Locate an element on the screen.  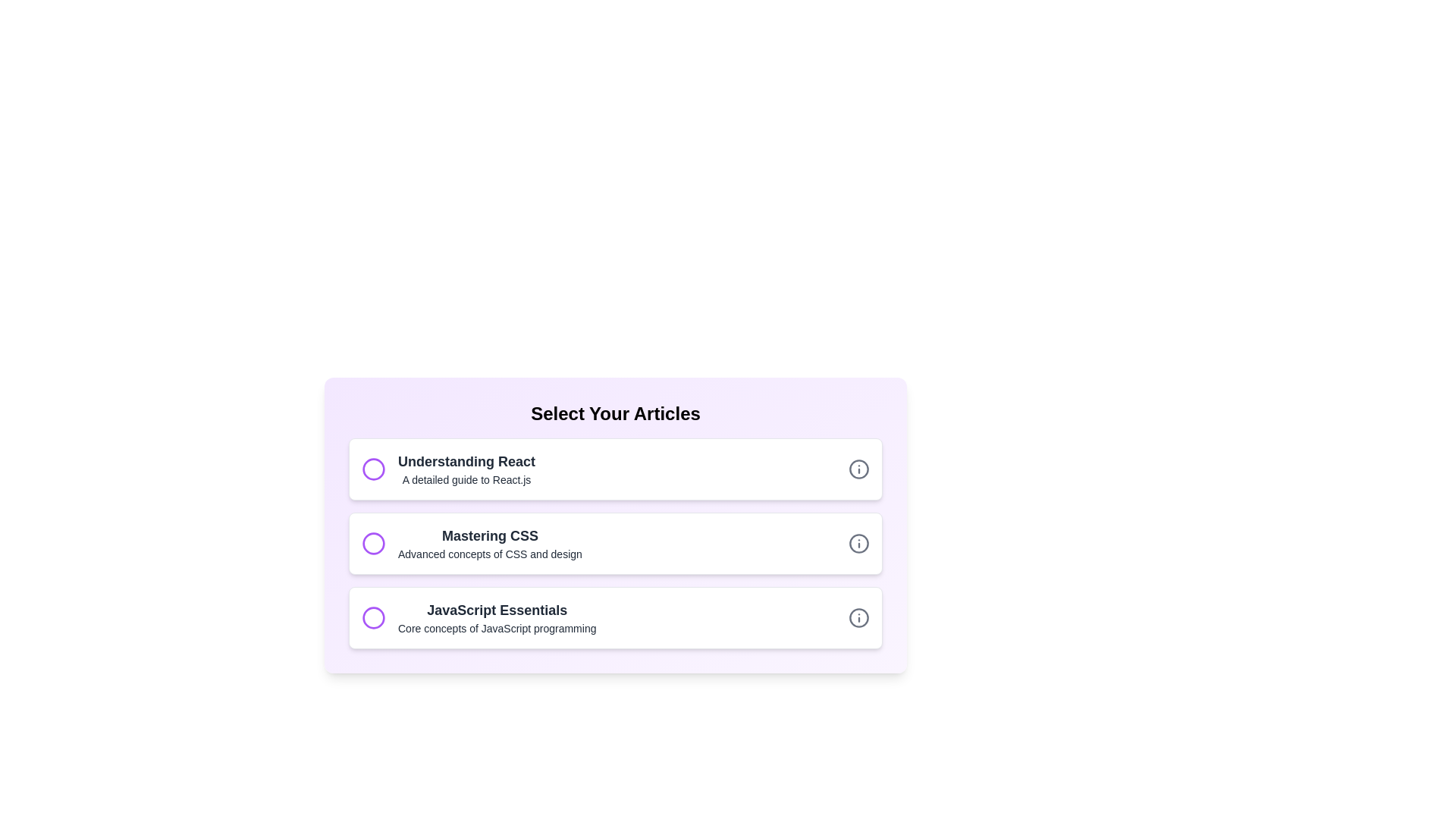
the info icon for the article titled 'JavaScript Essentials' is located at coordinates (858, 617).